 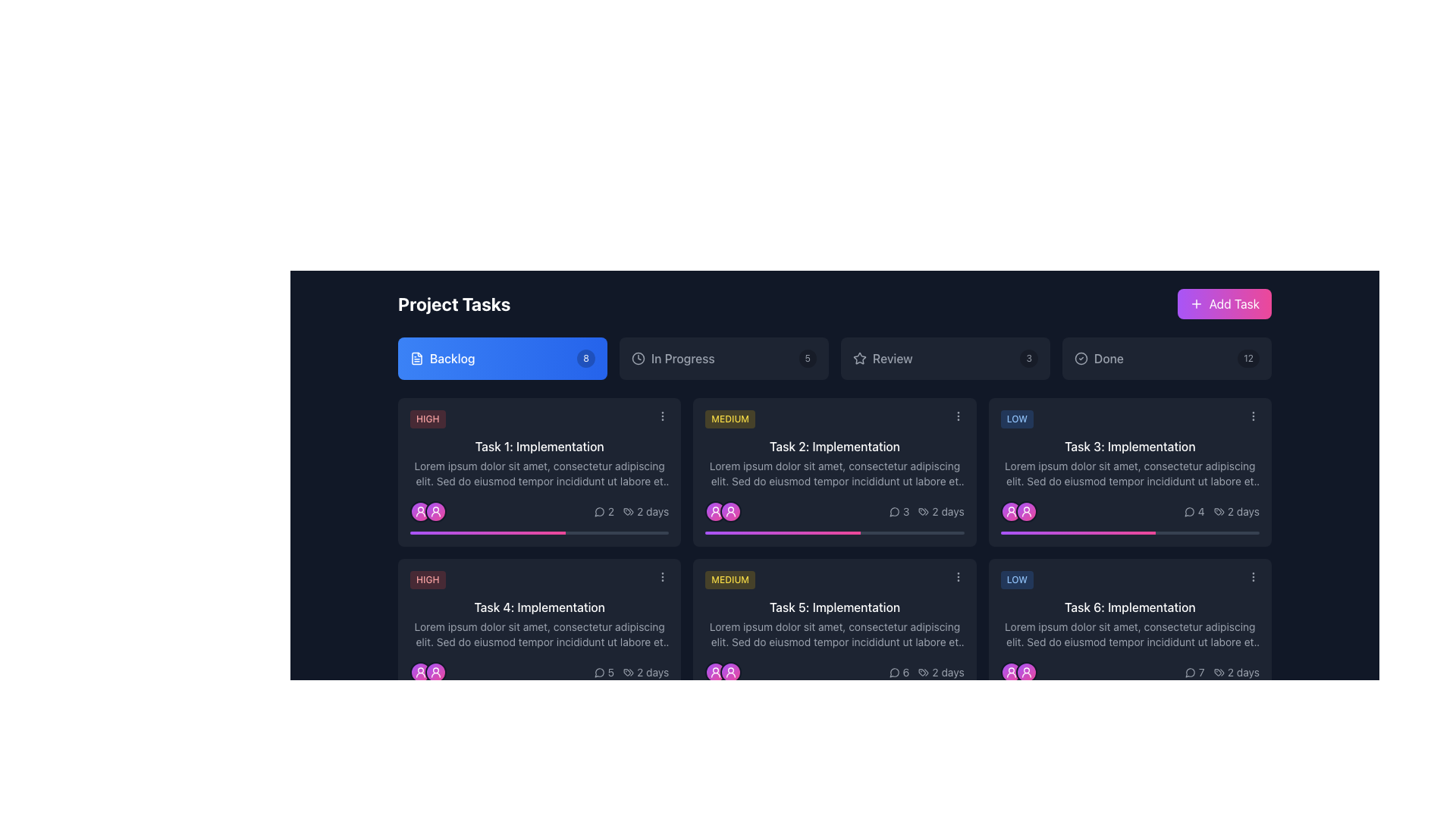 I want to click on the user avatar group indicator located within the 'Task 1: Implementation' card in the 'Backlog' section, so click(x=428, y=512).